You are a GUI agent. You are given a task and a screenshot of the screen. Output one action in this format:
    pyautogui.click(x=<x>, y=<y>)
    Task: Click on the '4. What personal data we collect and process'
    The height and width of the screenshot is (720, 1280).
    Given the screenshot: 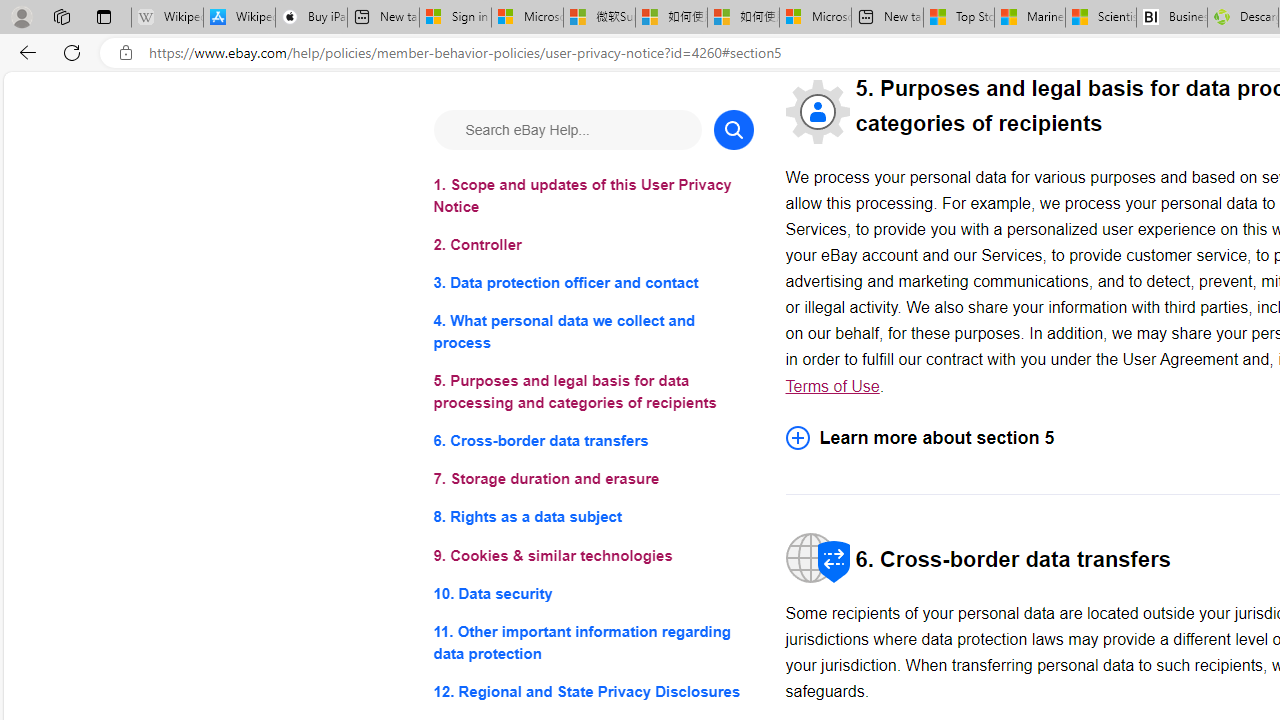 What is the action you would take?
    pyautogui.click(x=592, y=331)
    